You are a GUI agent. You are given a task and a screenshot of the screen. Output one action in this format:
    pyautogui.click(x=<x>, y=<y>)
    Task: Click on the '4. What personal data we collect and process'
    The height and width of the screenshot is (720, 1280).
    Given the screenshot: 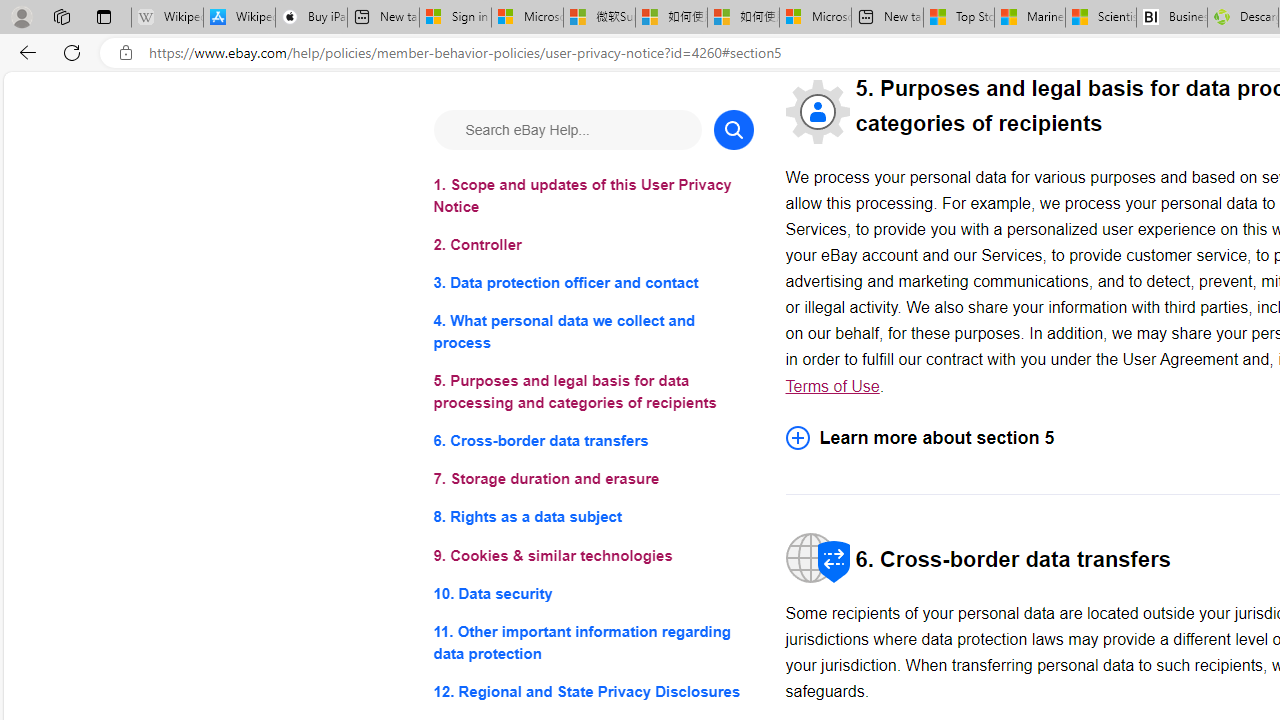 What is the action you would take?
    pyautogui.click(x=592, y=331)
    